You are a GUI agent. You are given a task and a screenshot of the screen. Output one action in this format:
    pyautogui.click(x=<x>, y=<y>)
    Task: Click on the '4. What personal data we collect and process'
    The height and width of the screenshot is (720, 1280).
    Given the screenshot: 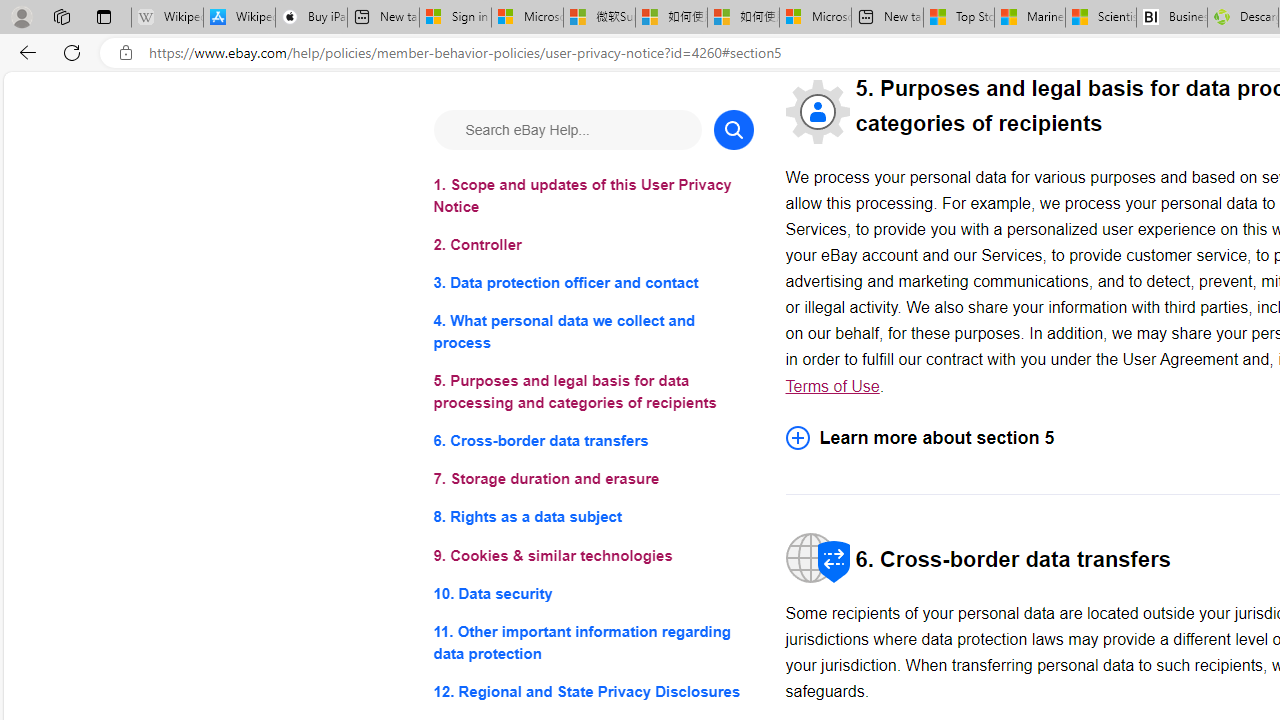 What is the action you would take?
    pyautogui.click(x=592, y=331)
    